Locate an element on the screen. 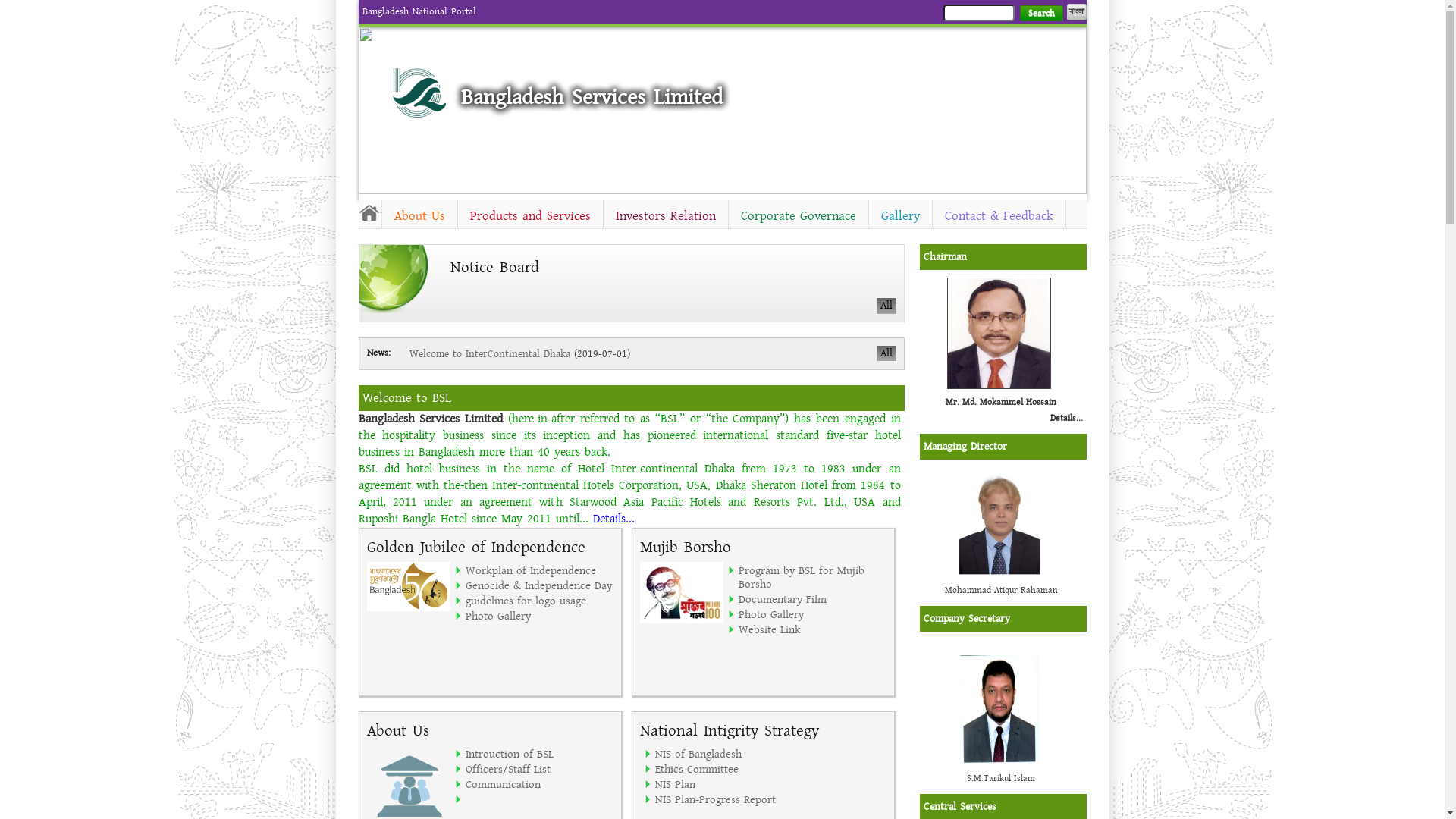 Image resolution: width=1456 pixels, height=819 pixels. 'Documentary Film' is located at coordinates (811, 598).